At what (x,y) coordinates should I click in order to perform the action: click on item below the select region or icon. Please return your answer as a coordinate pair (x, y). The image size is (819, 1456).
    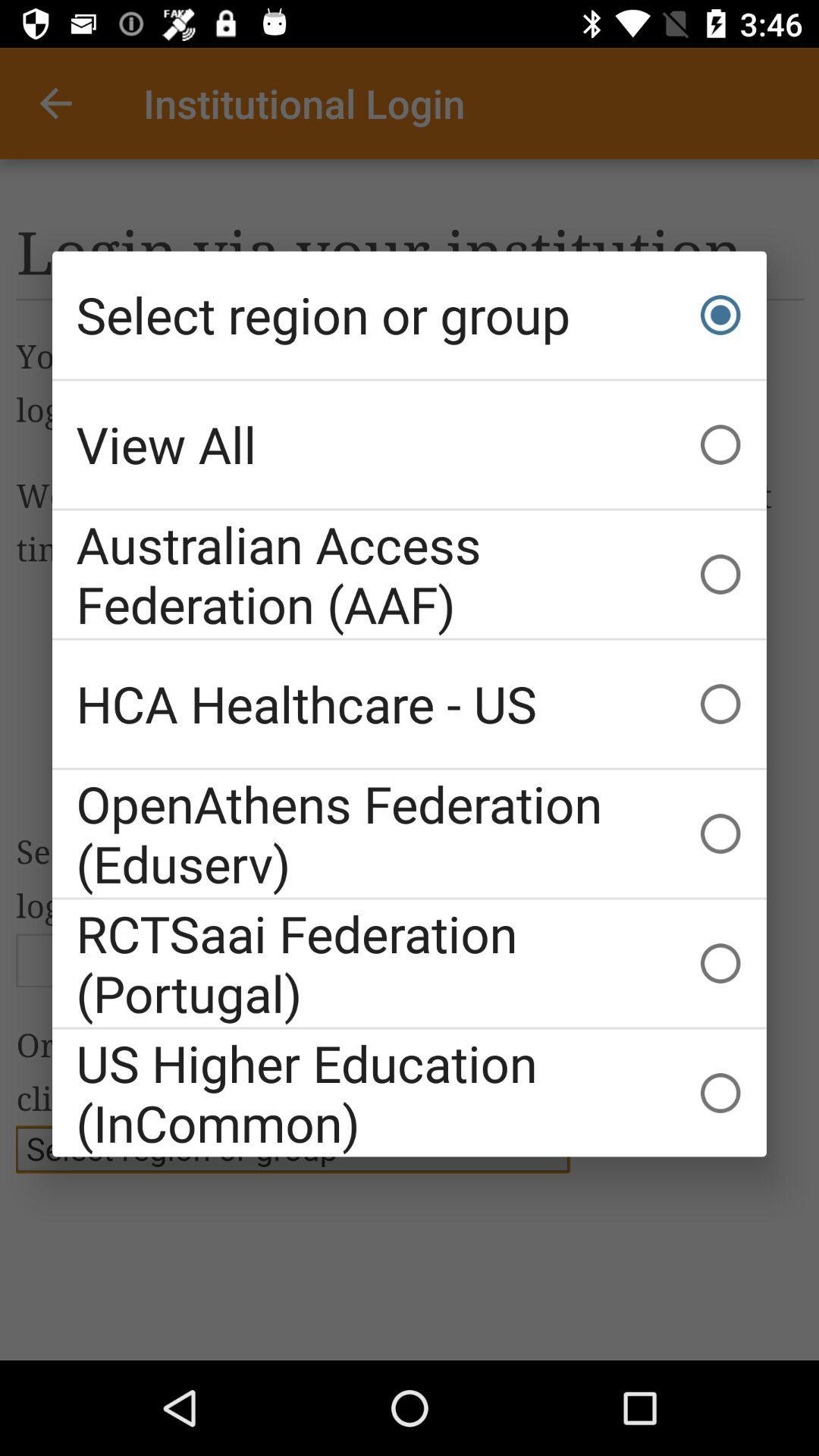
    Looking at the image, I should click on (409, 444).